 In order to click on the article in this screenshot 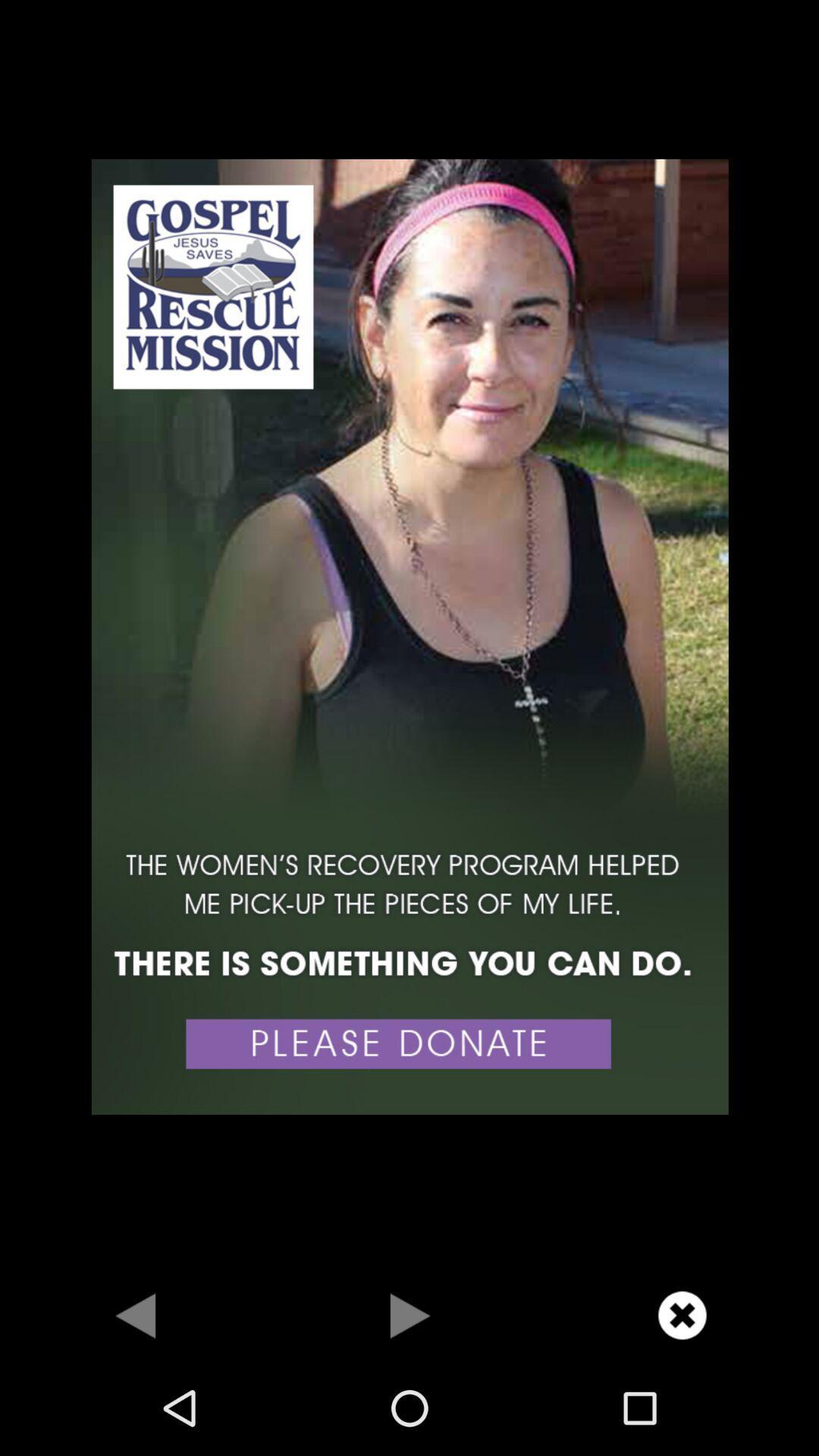, I will do `click(681, 1314)`.